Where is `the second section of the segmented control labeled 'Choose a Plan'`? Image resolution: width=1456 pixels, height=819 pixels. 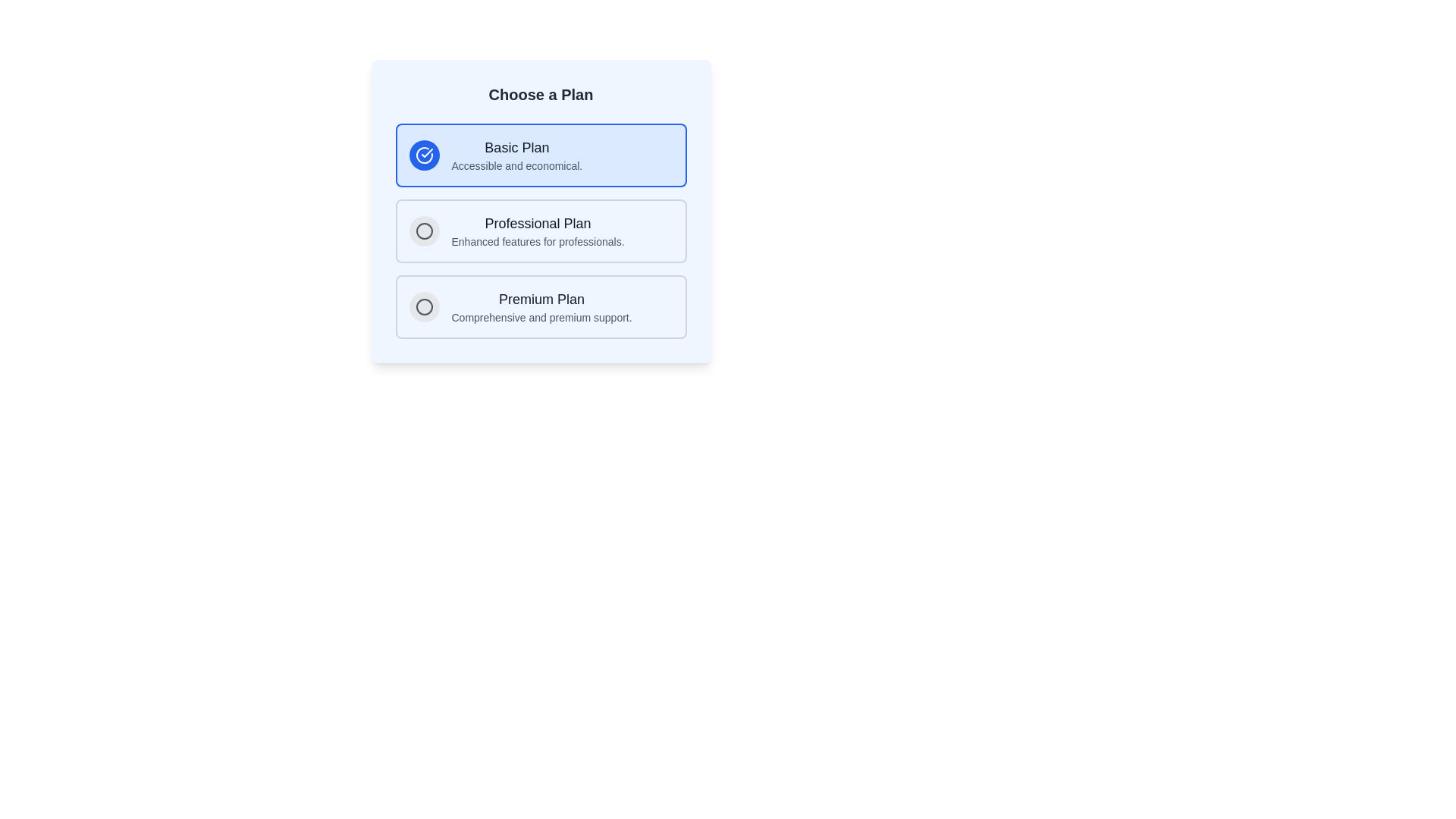
the second section of the segmented control labeled 'Choose a Plan' is located at coordinates (541, 231).